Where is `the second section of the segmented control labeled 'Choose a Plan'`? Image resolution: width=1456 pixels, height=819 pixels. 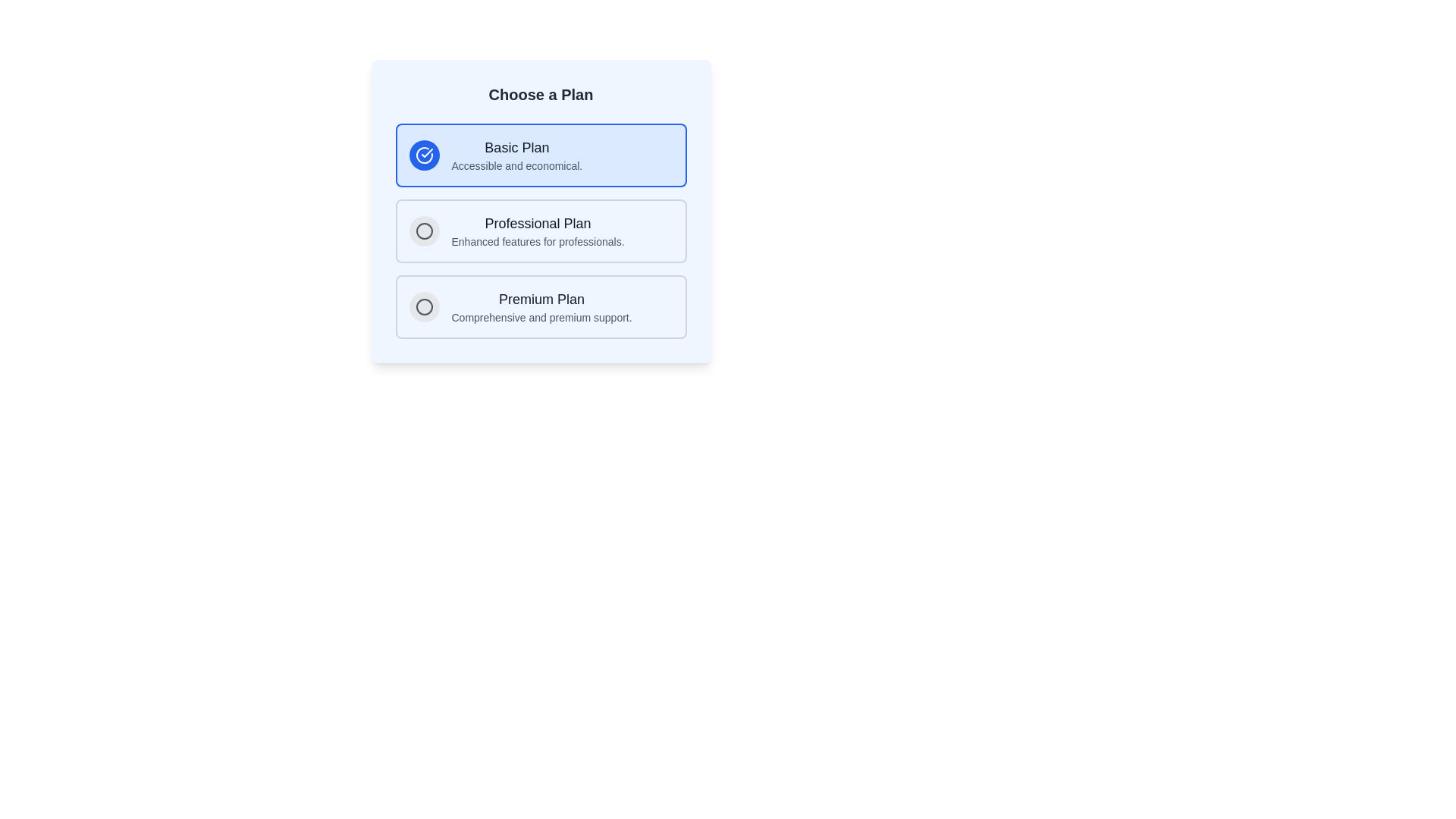
the second section of the segmented control labeled 'Choose a Plan' is located at coordinates (541, 231).